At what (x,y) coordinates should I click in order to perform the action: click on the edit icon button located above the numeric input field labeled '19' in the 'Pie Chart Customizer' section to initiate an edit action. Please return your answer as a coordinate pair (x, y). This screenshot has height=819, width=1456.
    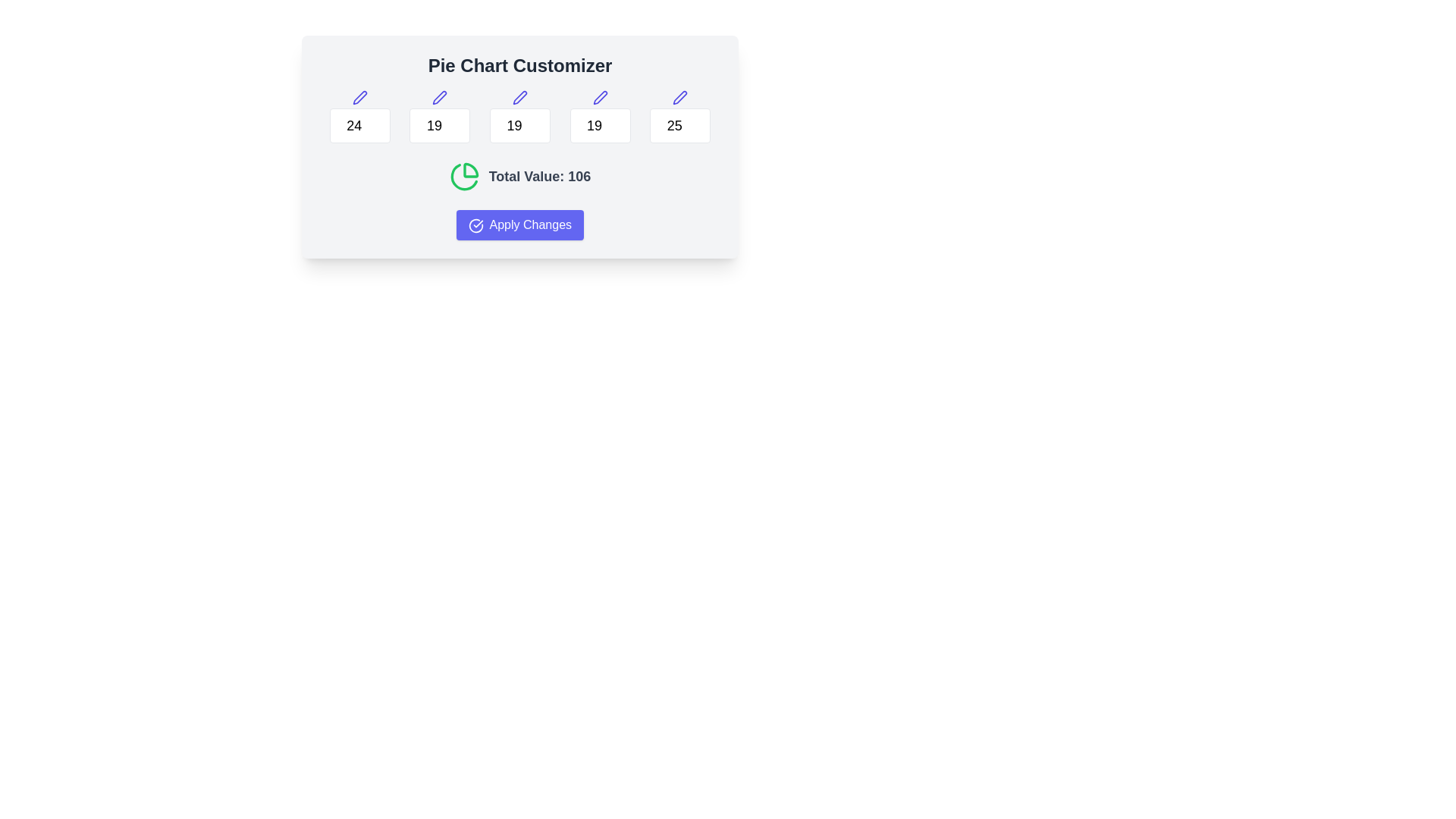
    Looking at the image, I should click on (599, 97).